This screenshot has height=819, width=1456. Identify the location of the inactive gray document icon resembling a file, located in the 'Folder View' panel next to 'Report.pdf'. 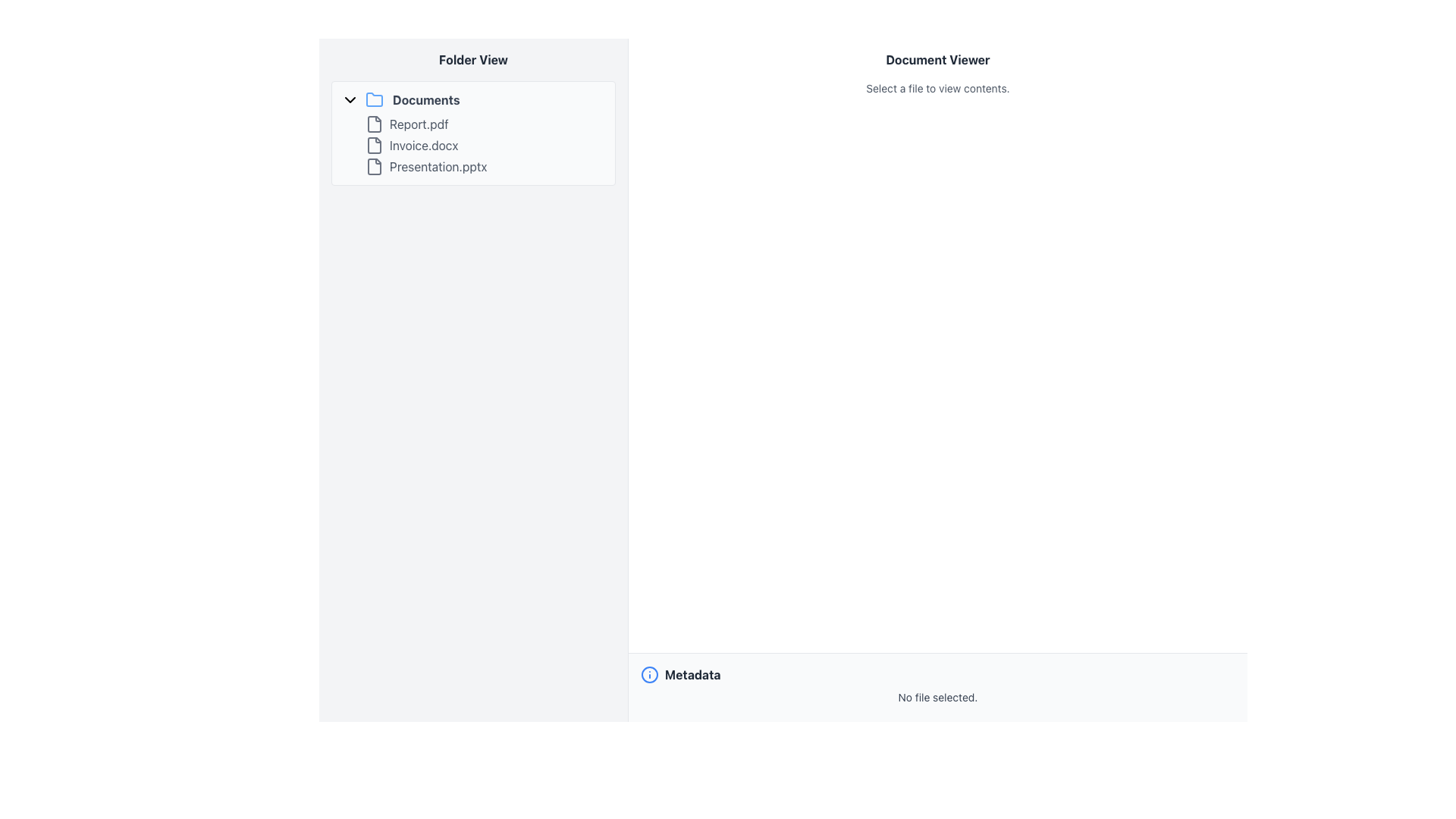
(375, 124).